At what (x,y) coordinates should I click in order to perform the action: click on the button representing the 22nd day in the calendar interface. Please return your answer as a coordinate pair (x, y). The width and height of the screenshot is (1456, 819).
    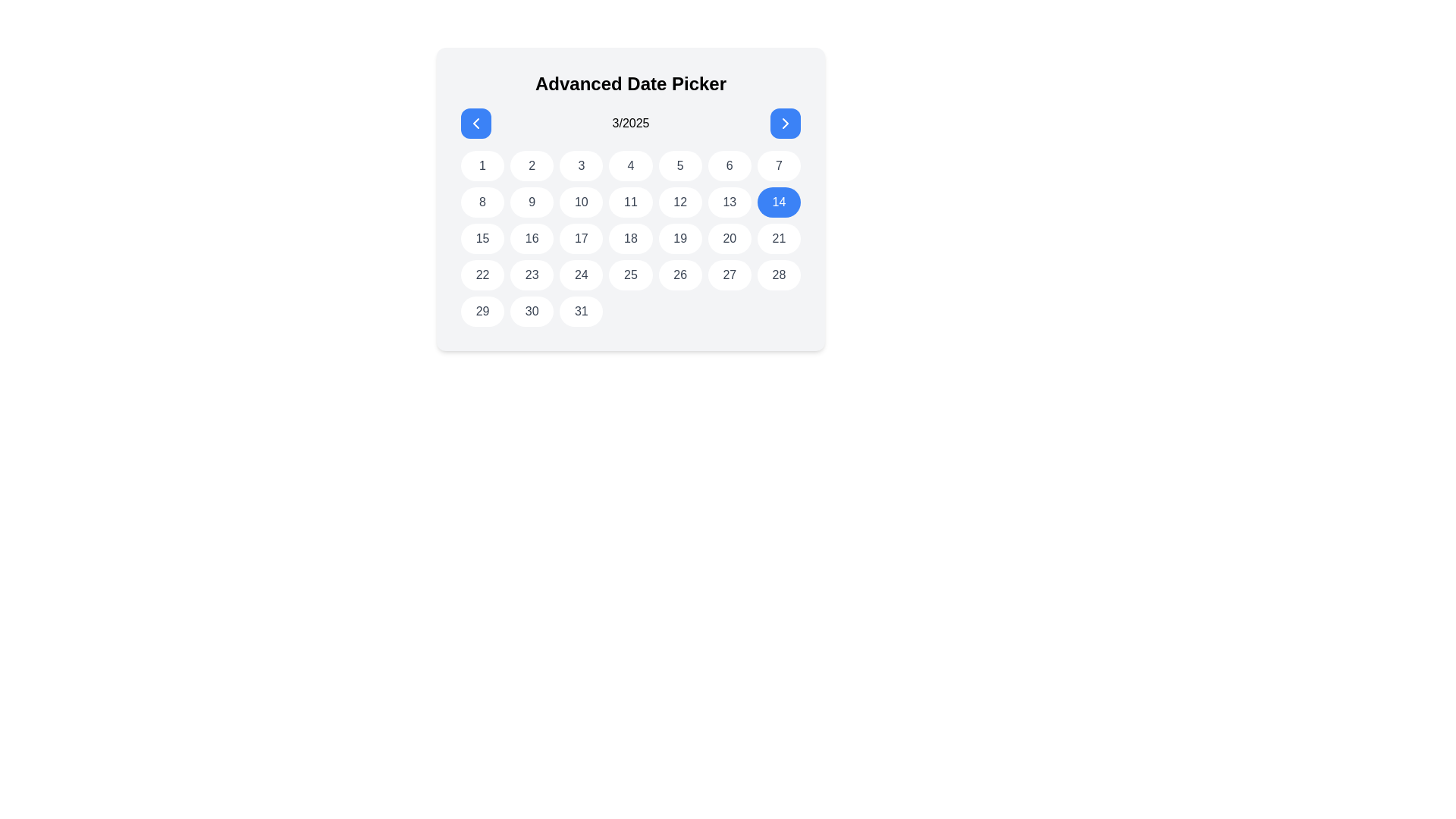
    Looking at the image, I should click on (482, 275).